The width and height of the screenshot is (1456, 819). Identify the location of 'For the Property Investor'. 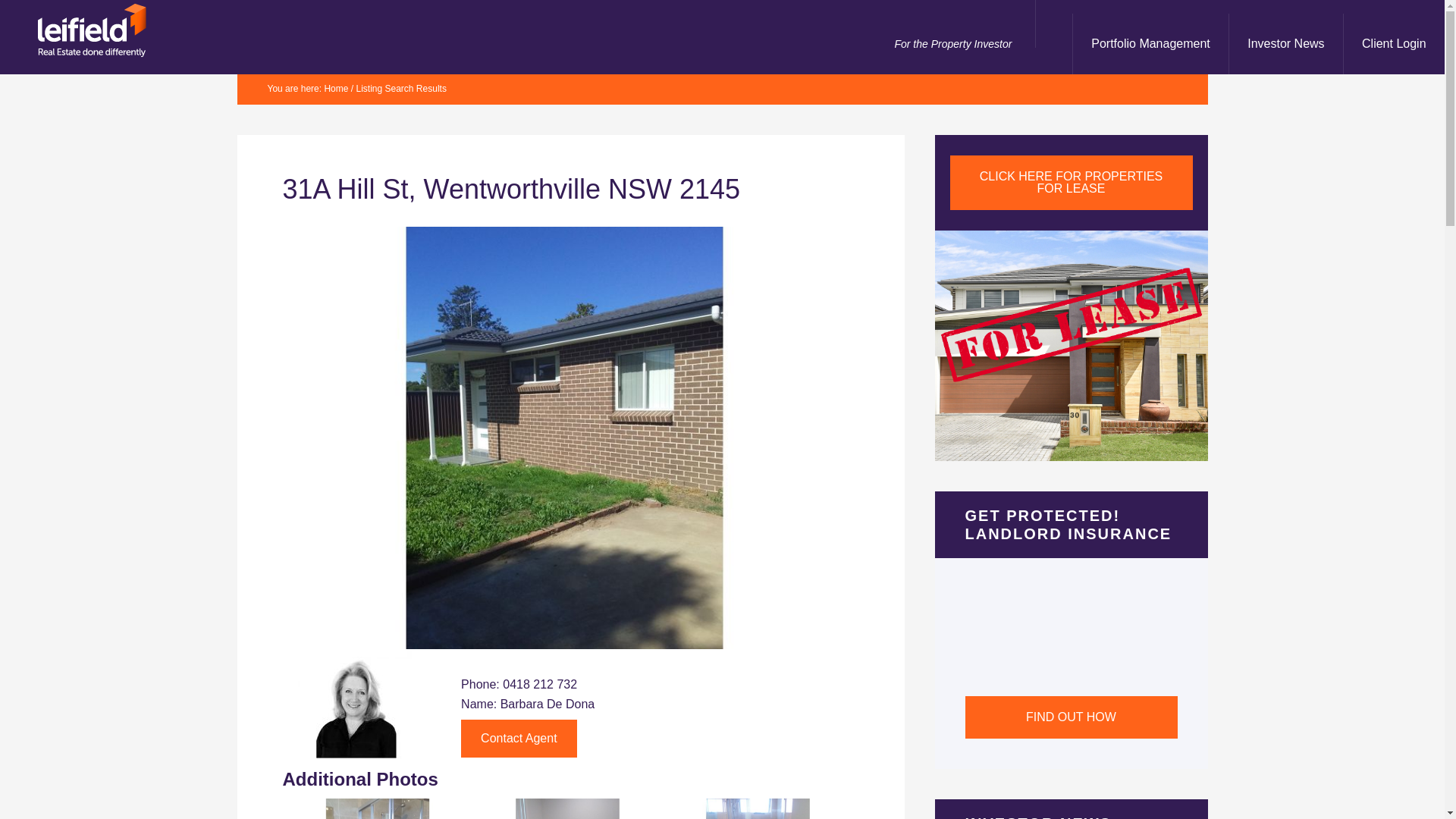
(871, 42).